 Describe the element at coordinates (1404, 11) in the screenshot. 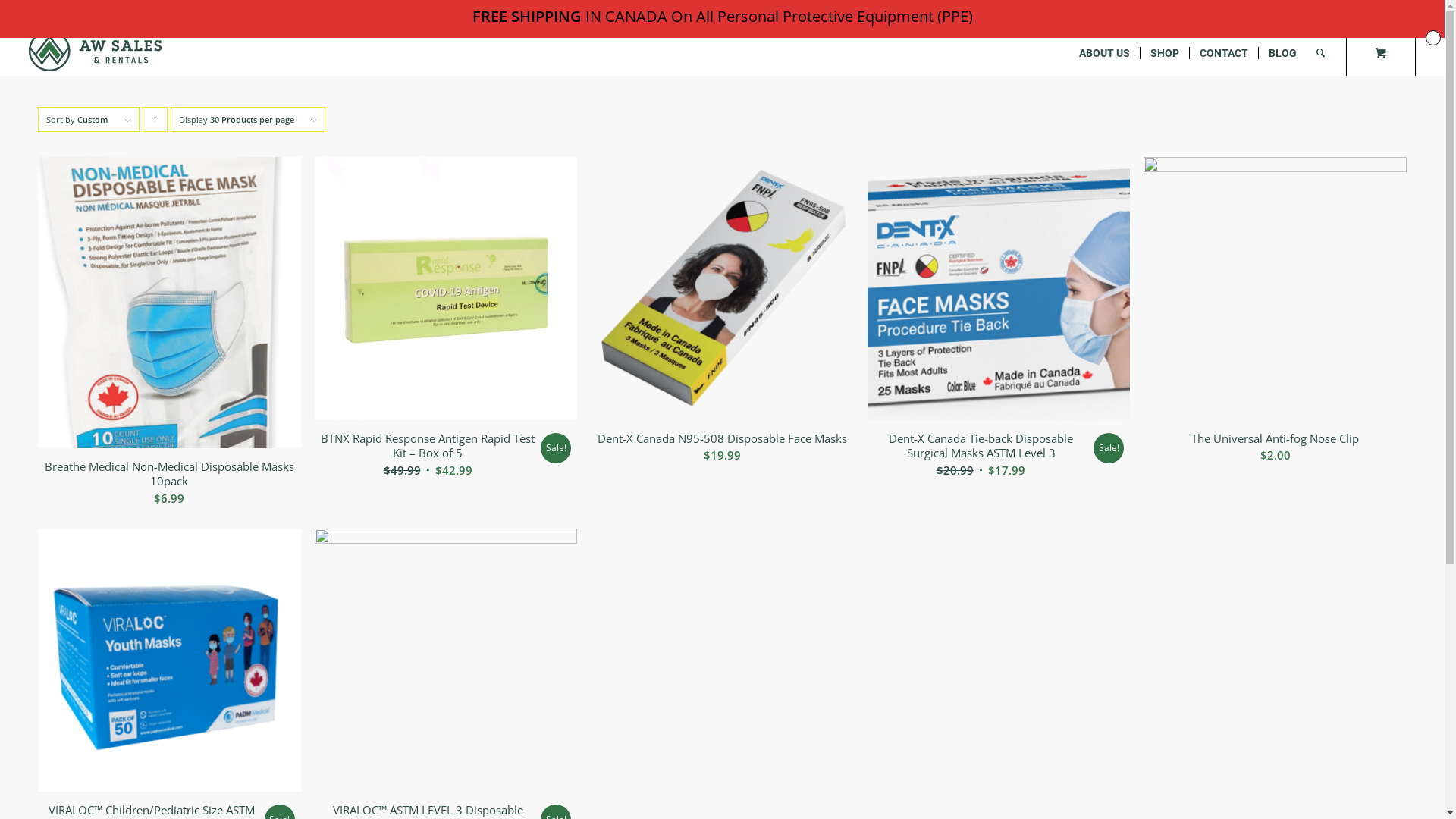

I see `'Instagram'` at that location.